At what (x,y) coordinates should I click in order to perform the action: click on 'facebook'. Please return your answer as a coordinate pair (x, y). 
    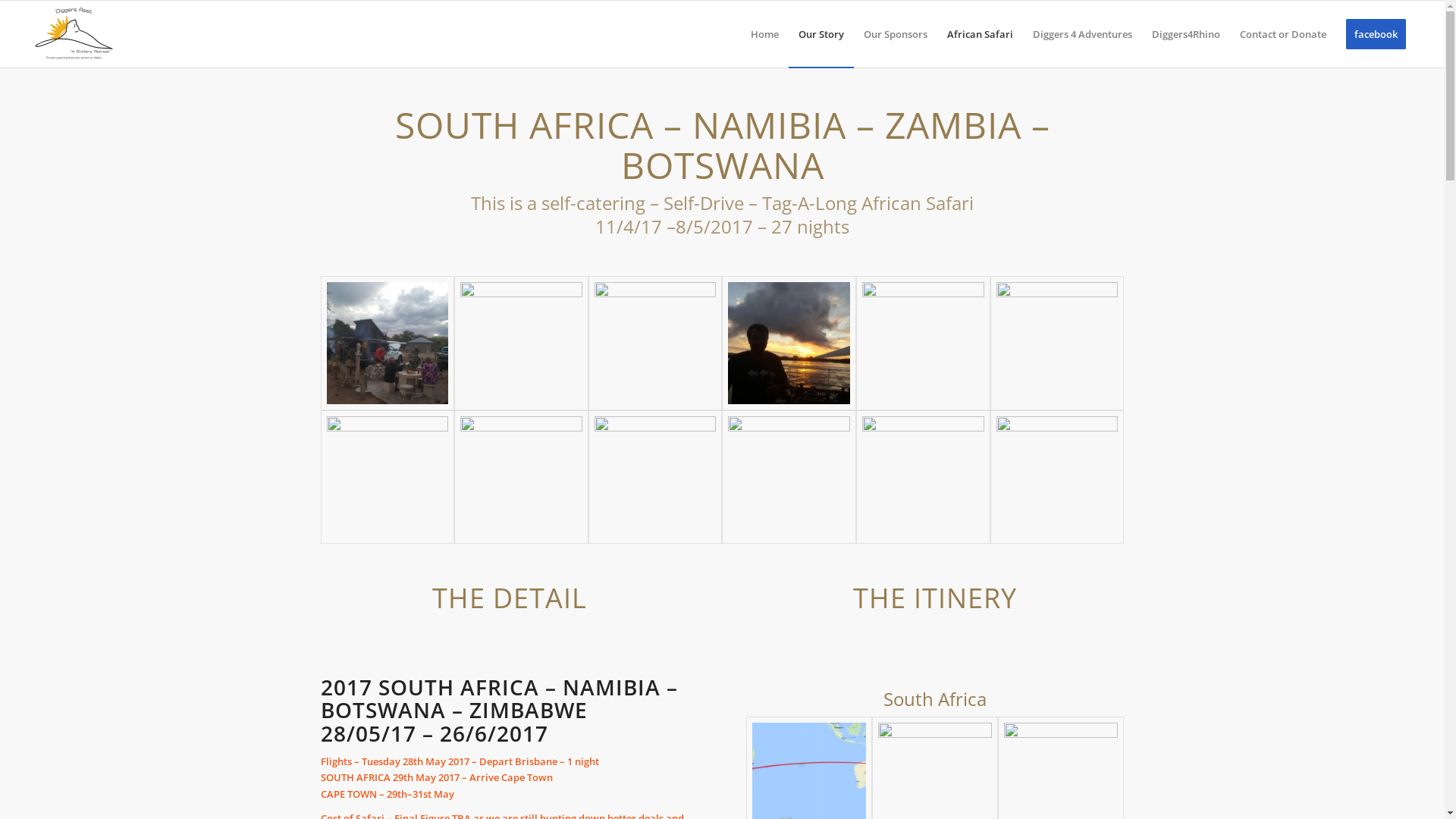
    Looking at the image, I should click on (1335, 34).